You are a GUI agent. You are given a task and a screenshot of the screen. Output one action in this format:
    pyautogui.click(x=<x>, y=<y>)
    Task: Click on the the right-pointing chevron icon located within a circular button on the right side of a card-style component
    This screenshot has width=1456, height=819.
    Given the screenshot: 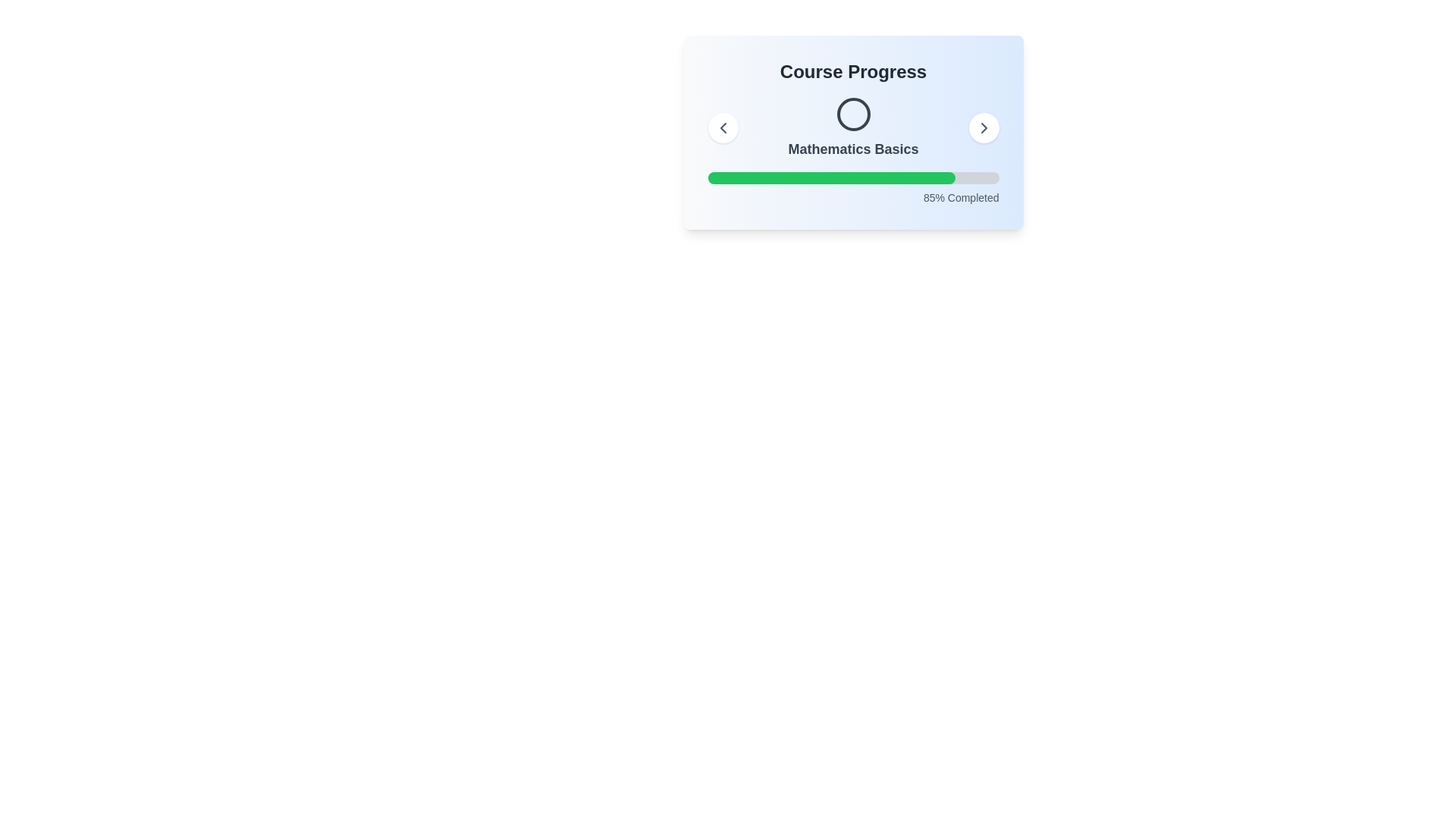 What is the action you would take?
    pyautogui.click(x=984, y=127)
    